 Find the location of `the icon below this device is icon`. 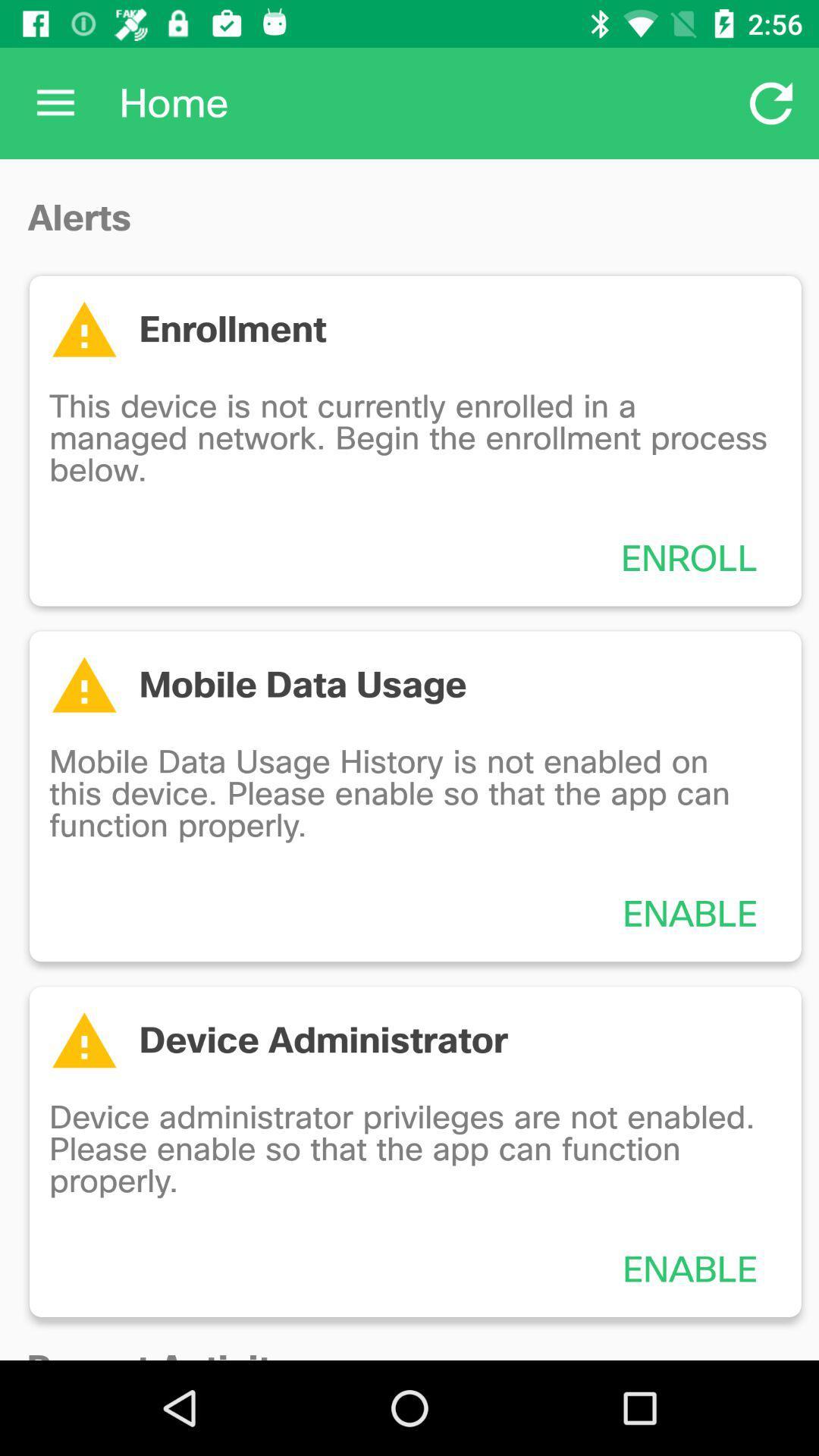

the icon below this device is icon is located at coordinates (689, 557).